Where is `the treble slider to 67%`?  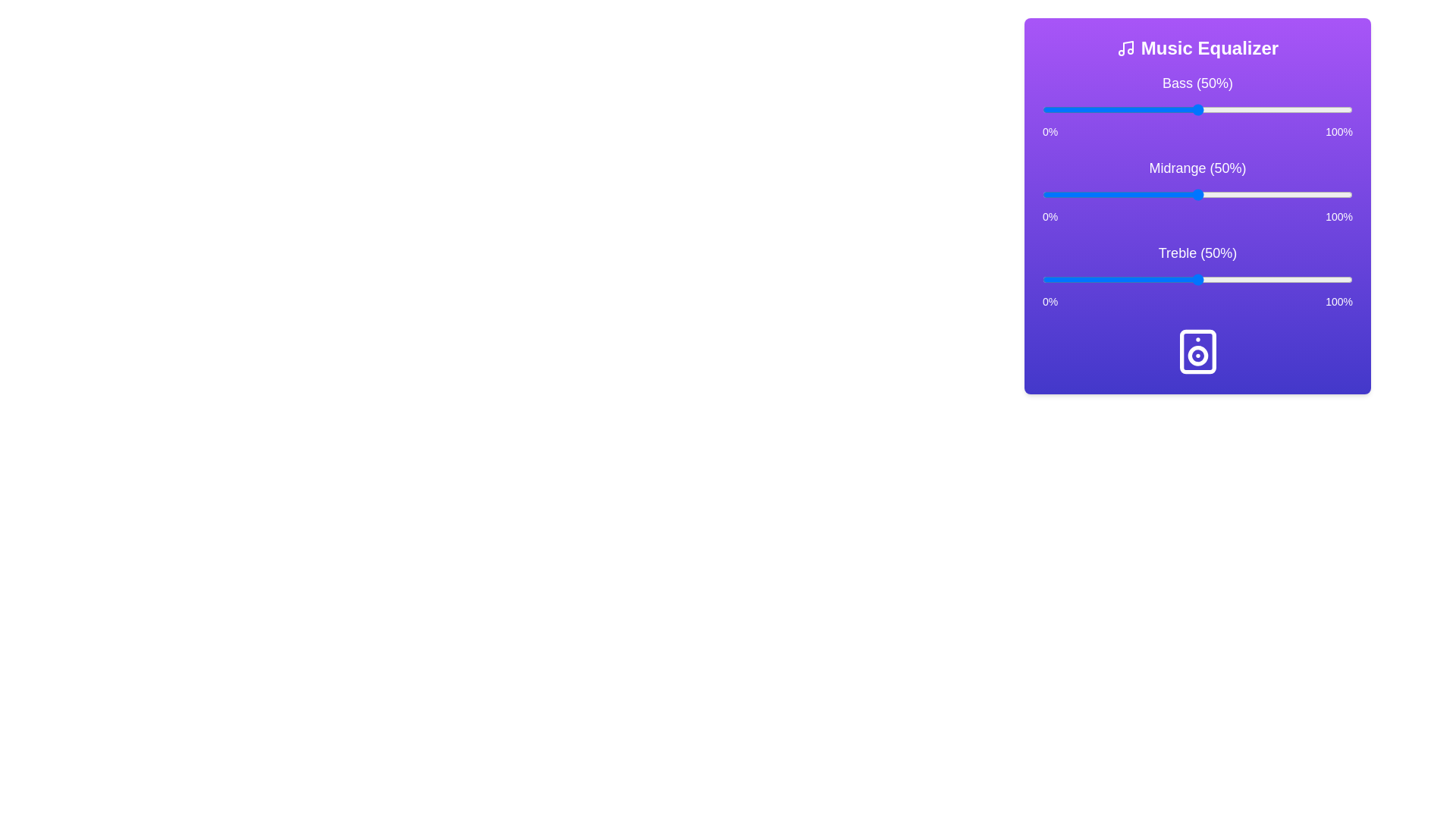
the treble slider to 67% is located at coordinates (1250, 280).